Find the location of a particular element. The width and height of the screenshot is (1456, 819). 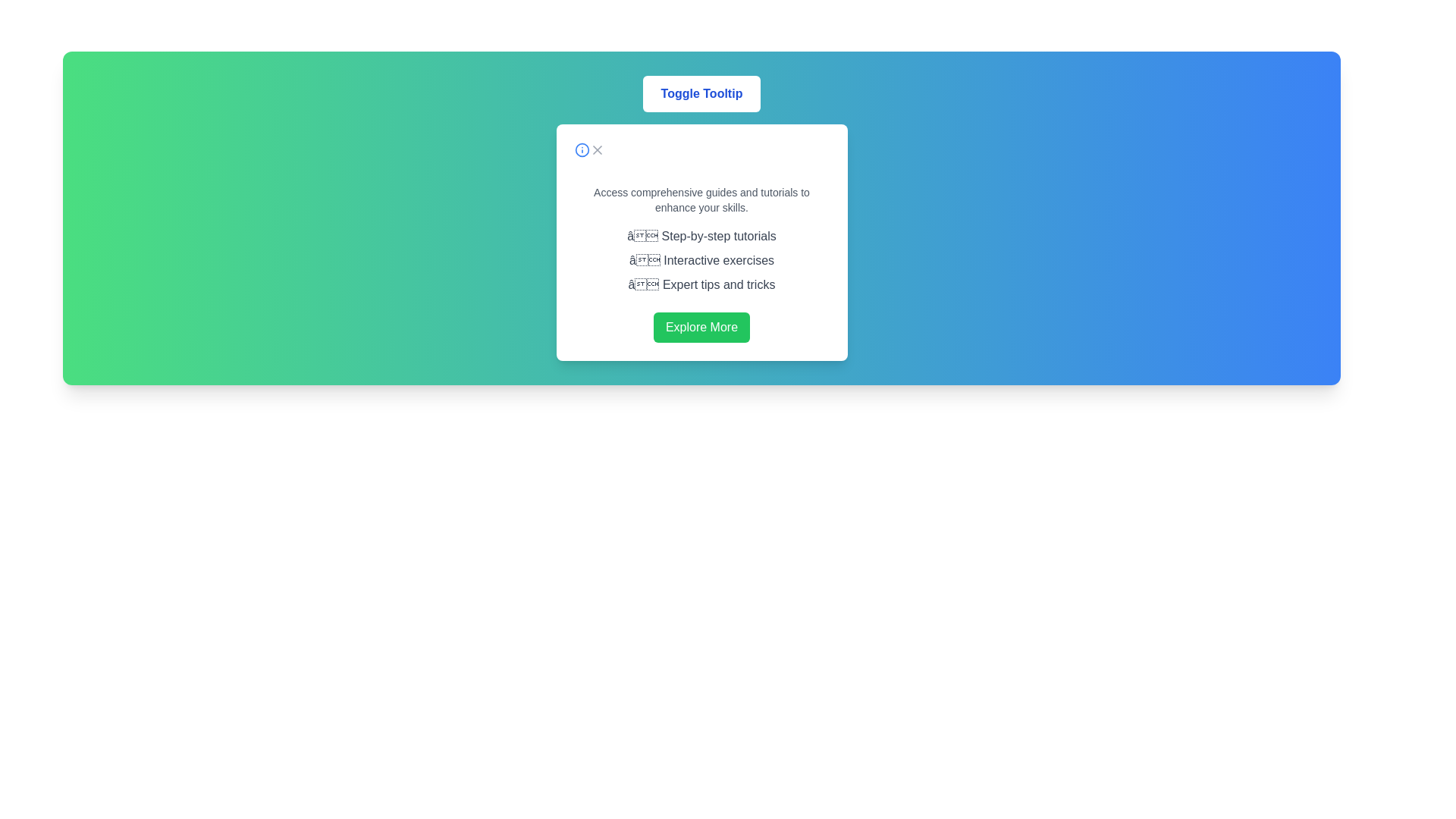

the small gray 'X' button located at the top-right corner of the white card interface to observe a color change is located at coordinates (596, 149).